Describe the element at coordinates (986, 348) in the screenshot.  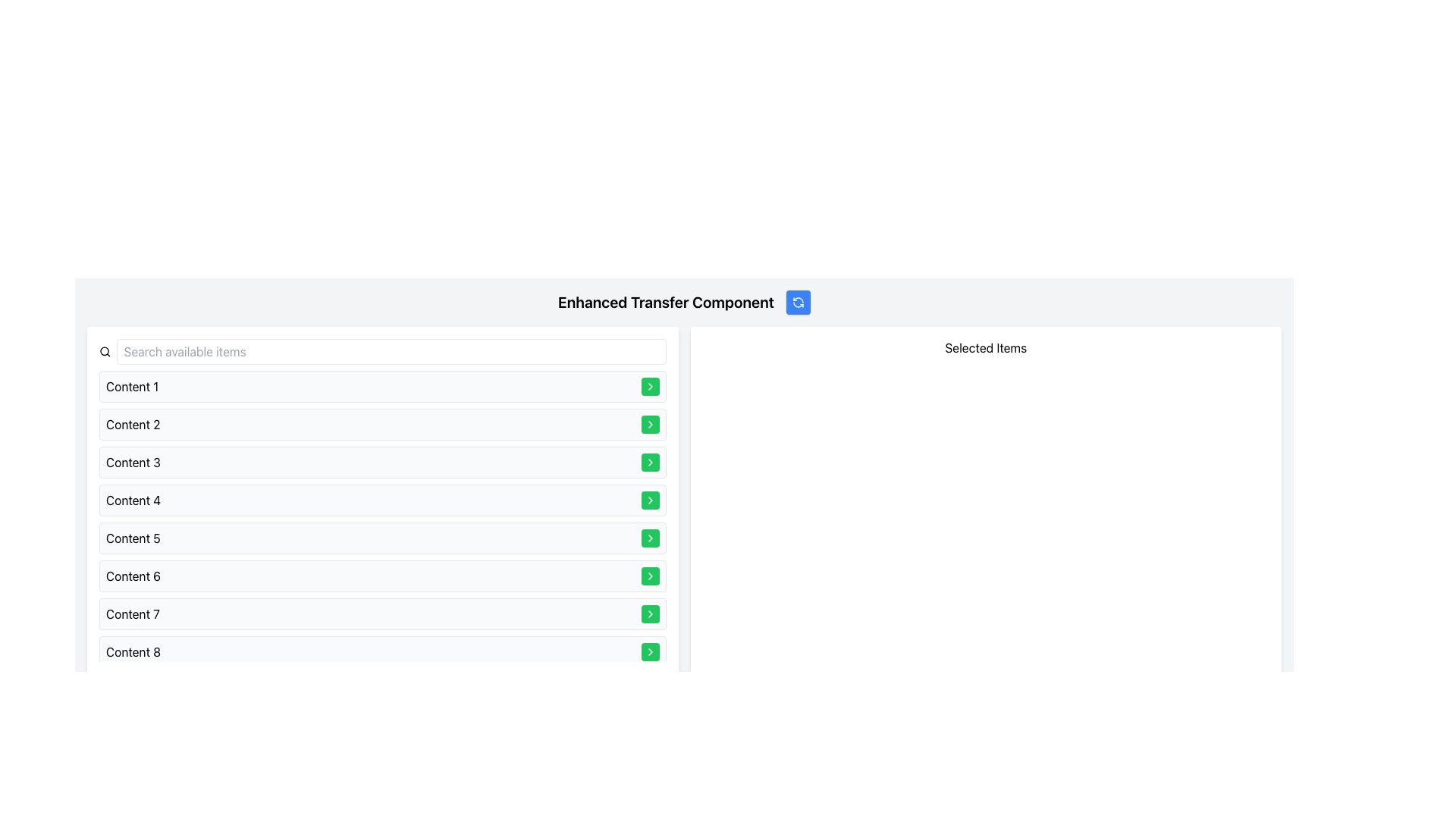
I see `the 'Selected Items' text element, which is styled as a header and located below the main title 'Enhanced Transfer Component' in the right-hand section of the interface` at that location.